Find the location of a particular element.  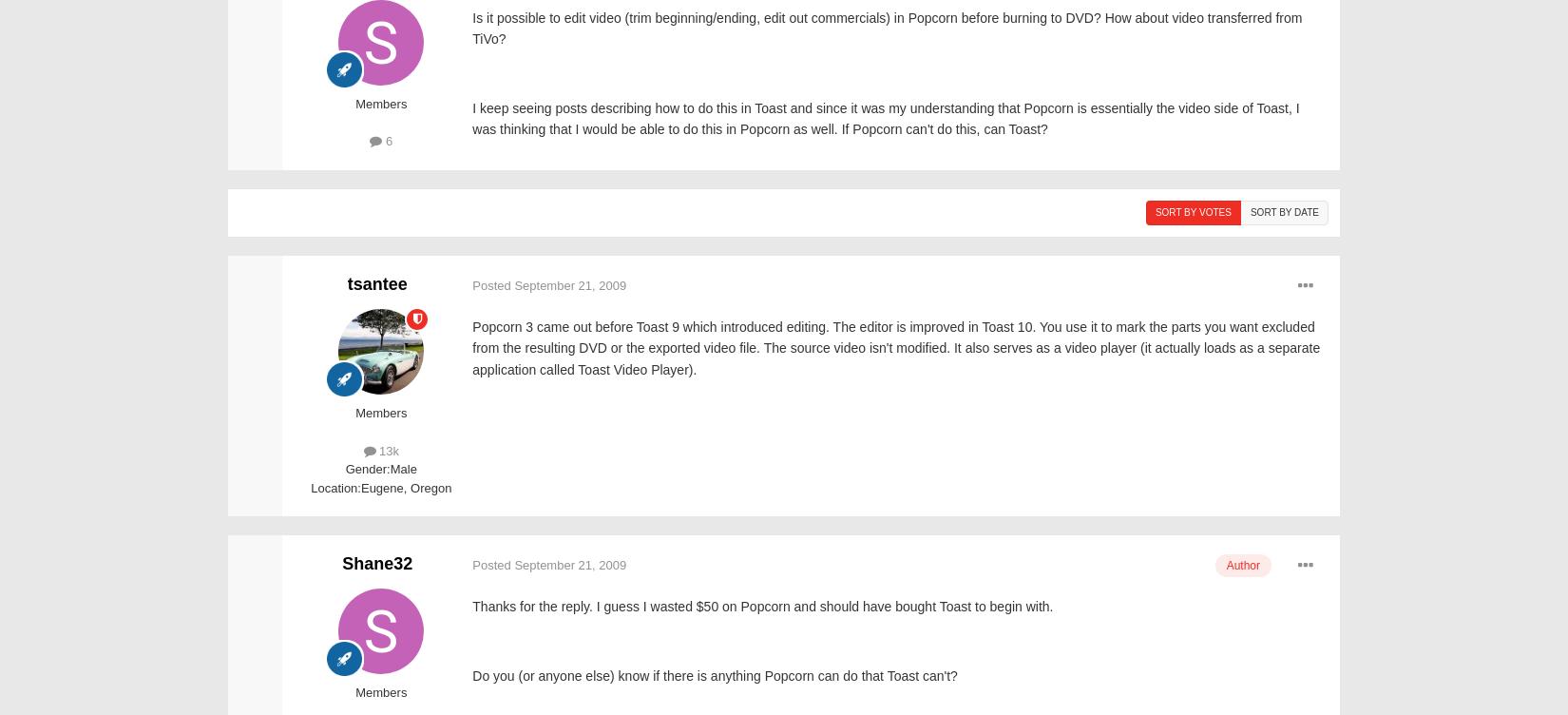

'Is it possible to edit video (trim beginning/ending, edit out commercials) in Popcorn before burning to DVD?  How about video transferred from TiVo?' is located at coordinates (887, 28).